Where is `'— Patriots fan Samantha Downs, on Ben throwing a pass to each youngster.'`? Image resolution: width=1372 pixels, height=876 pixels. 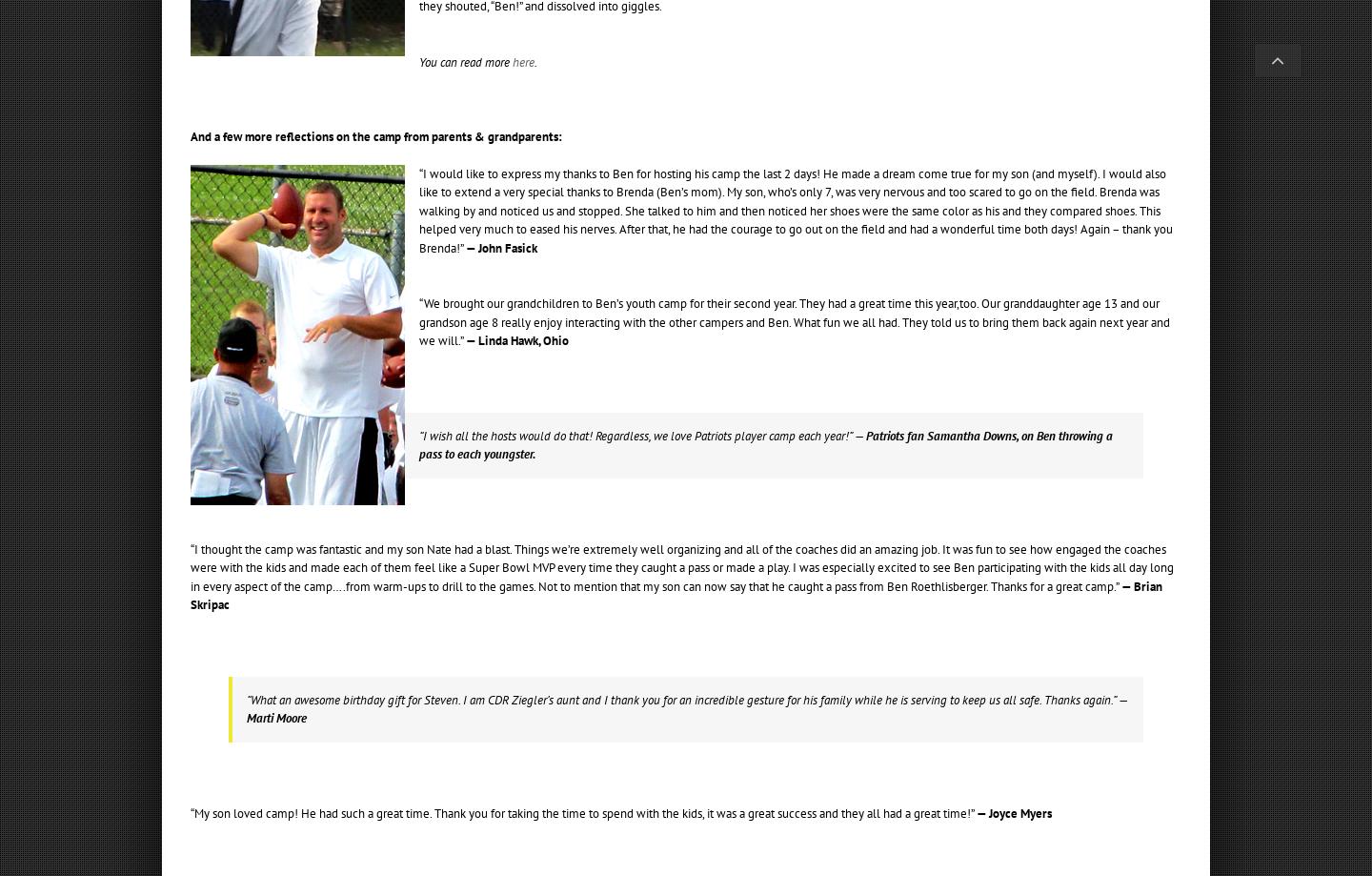 '— Patriots fan Samantha Downs, on Ben throwing a pass to each youngster.' is located at coordinates (765, 443).